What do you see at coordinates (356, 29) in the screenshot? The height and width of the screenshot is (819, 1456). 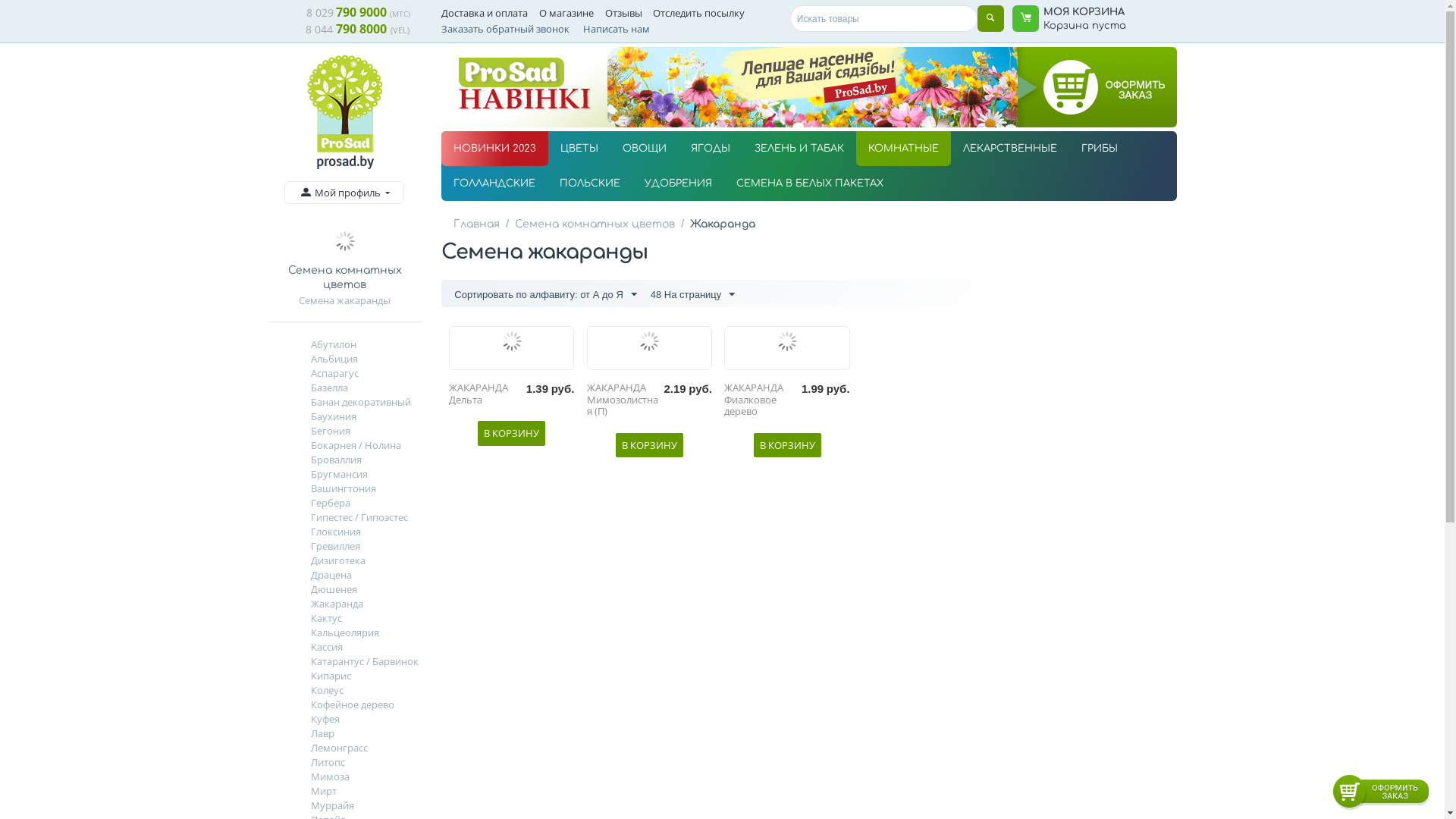 I see `'8 044 790 8000 (VEL)'` at bounding box center [356, 29].